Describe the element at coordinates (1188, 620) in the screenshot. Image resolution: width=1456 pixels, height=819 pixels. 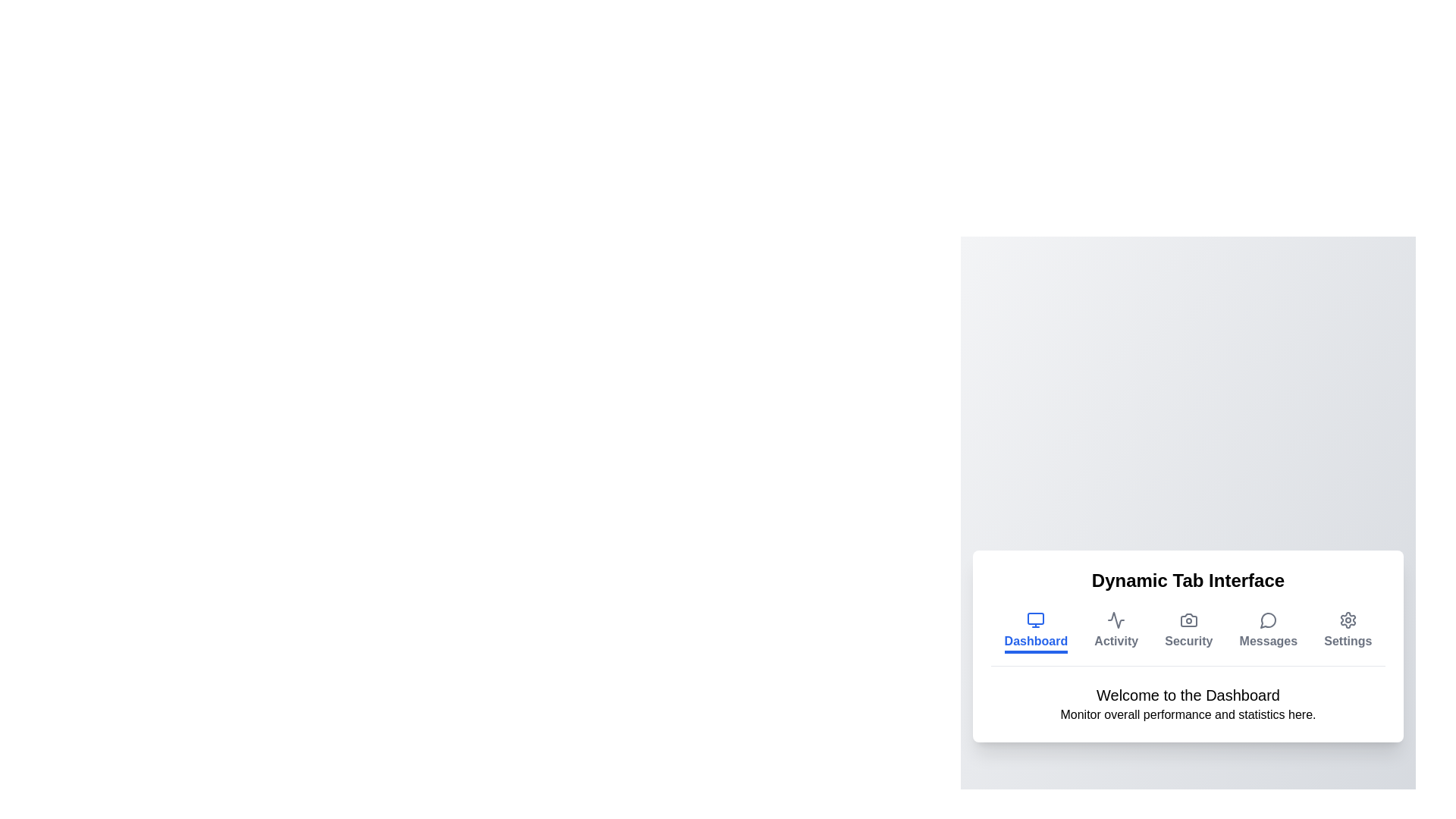
I see `the camera icon representing the 'Security' section, which is centrally located in the bottom navigation bar between the 'Activity' and 'Messages' tabs` at that location.